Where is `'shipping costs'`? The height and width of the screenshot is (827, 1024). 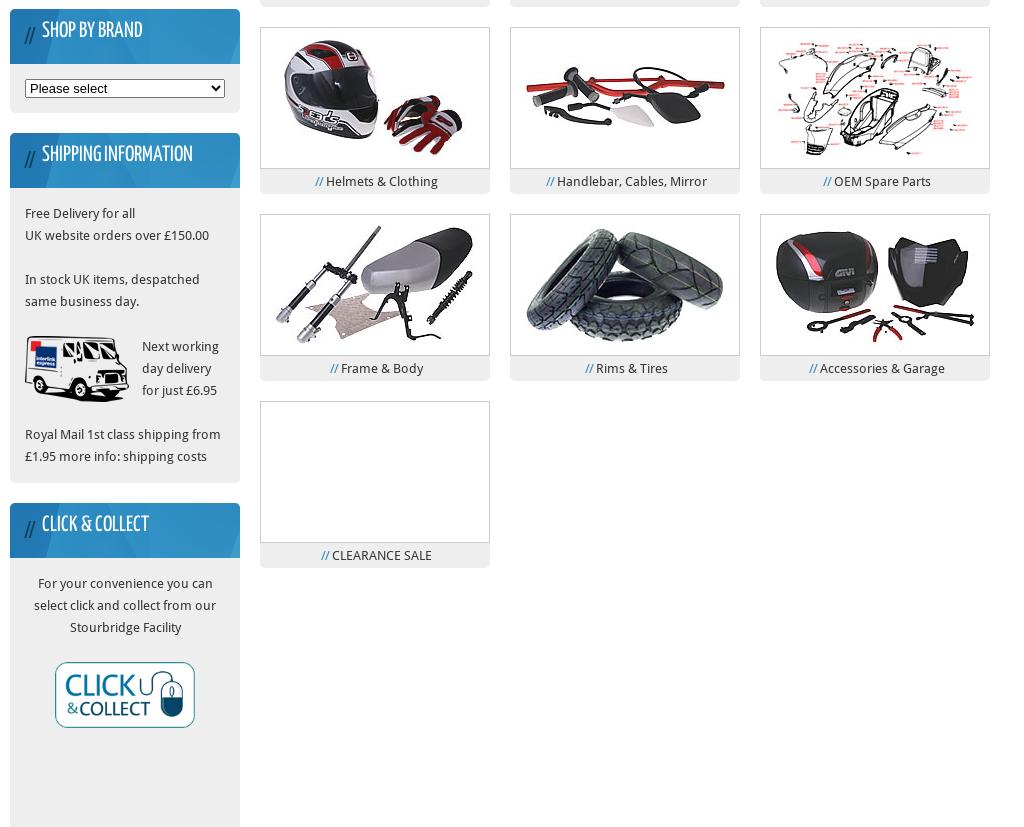
'shipping costs' is located at coordinates (163, 456).